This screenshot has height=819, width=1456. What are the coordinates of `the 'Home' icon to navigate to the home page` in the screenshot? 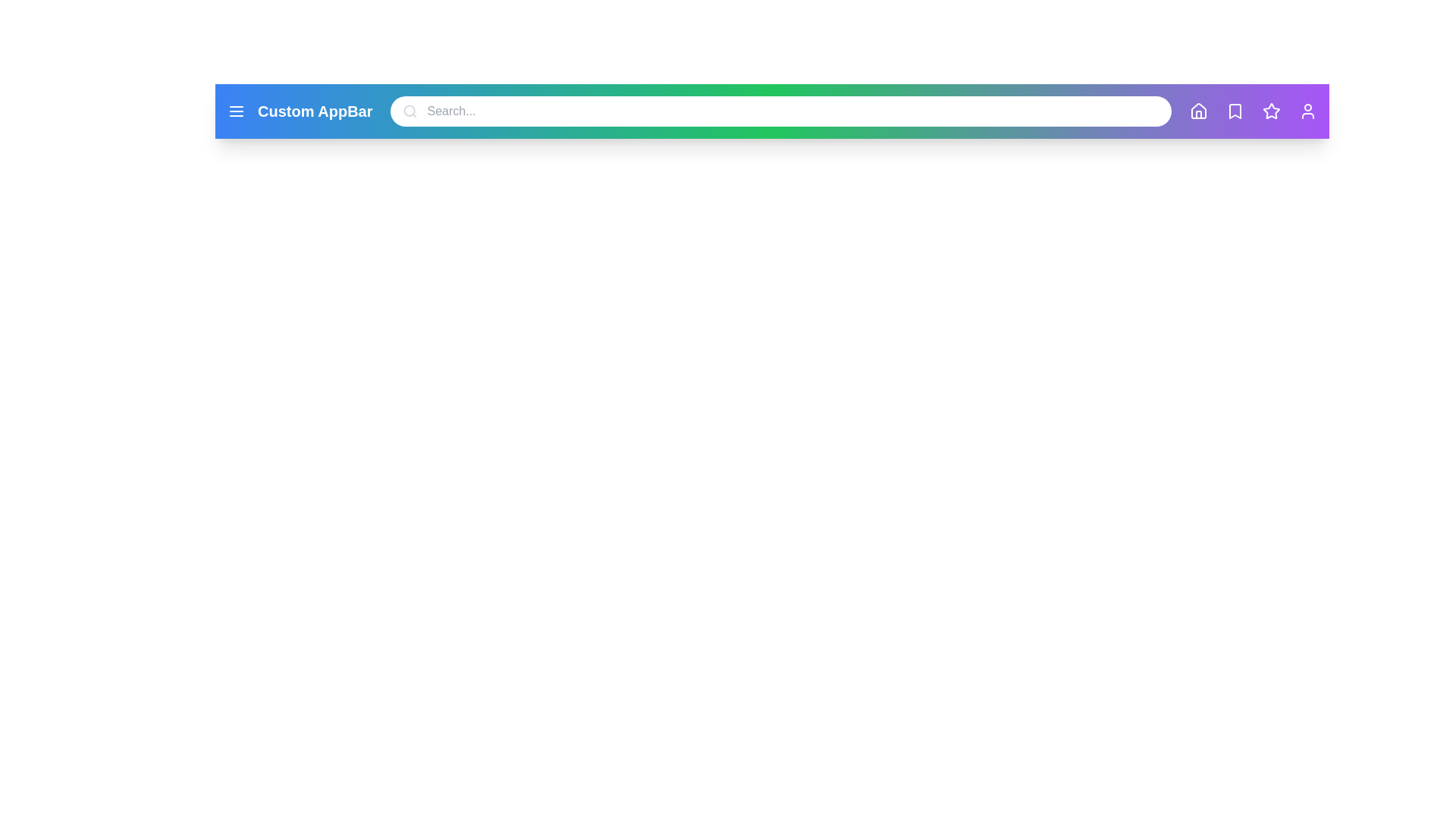 It's located at (1197, 110).